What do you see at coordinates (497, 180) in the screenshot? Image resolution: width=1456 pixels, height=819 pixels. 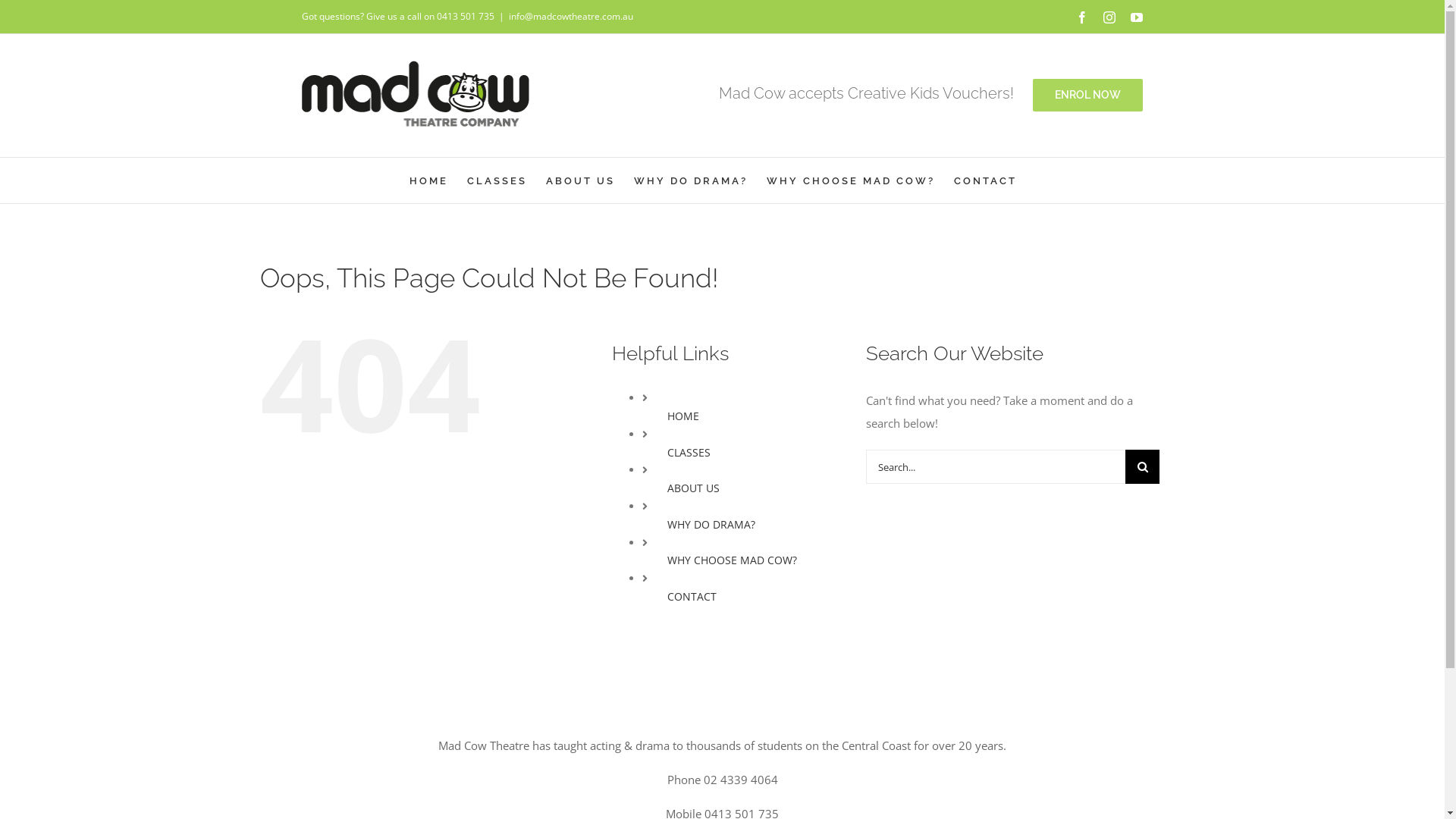 I see `'CLASSES'` at bounding box center [497, 180].